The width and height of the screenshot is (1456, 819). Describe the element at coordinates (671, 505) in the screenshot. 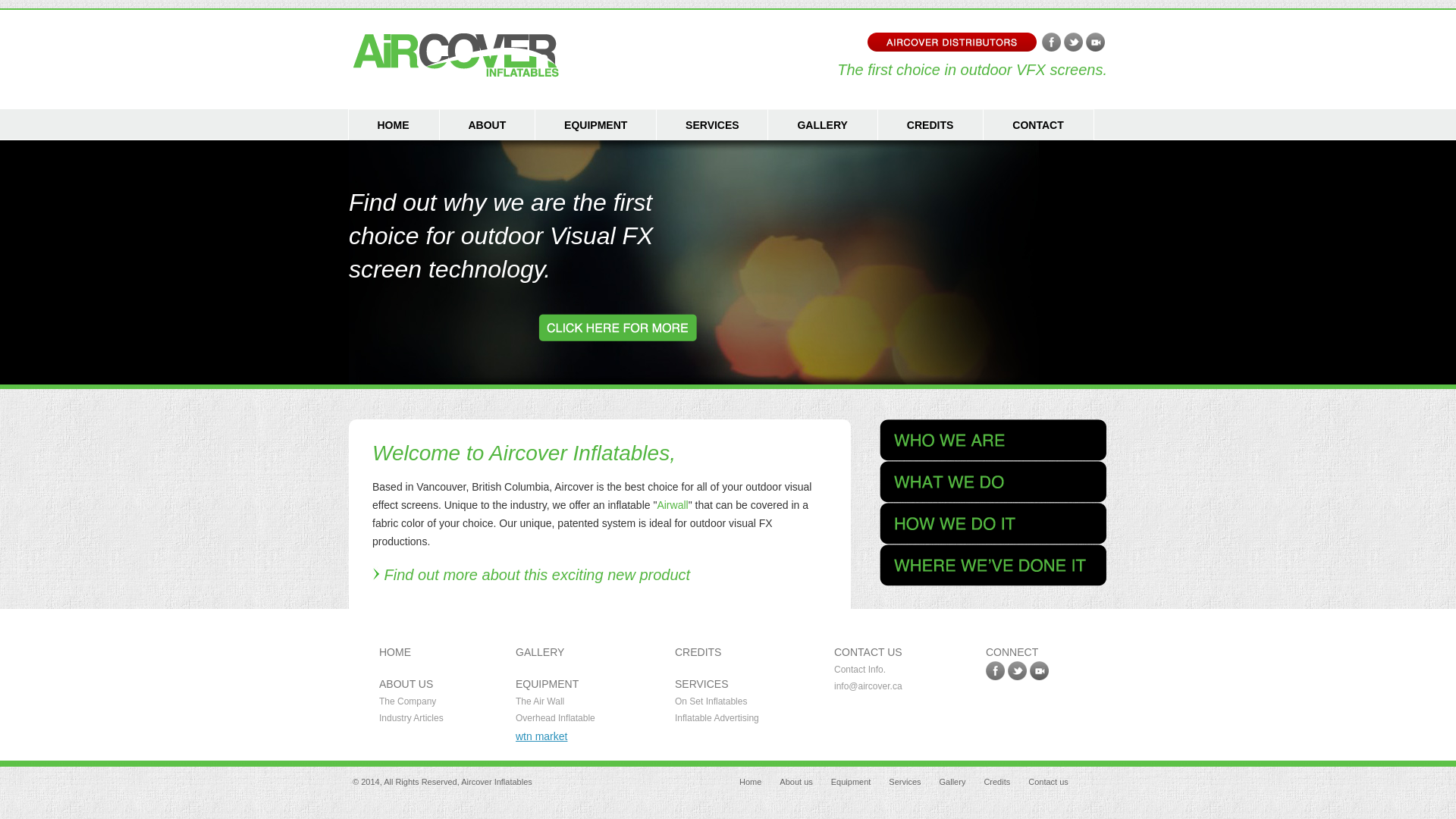

I see `'Airwall'` at that location.